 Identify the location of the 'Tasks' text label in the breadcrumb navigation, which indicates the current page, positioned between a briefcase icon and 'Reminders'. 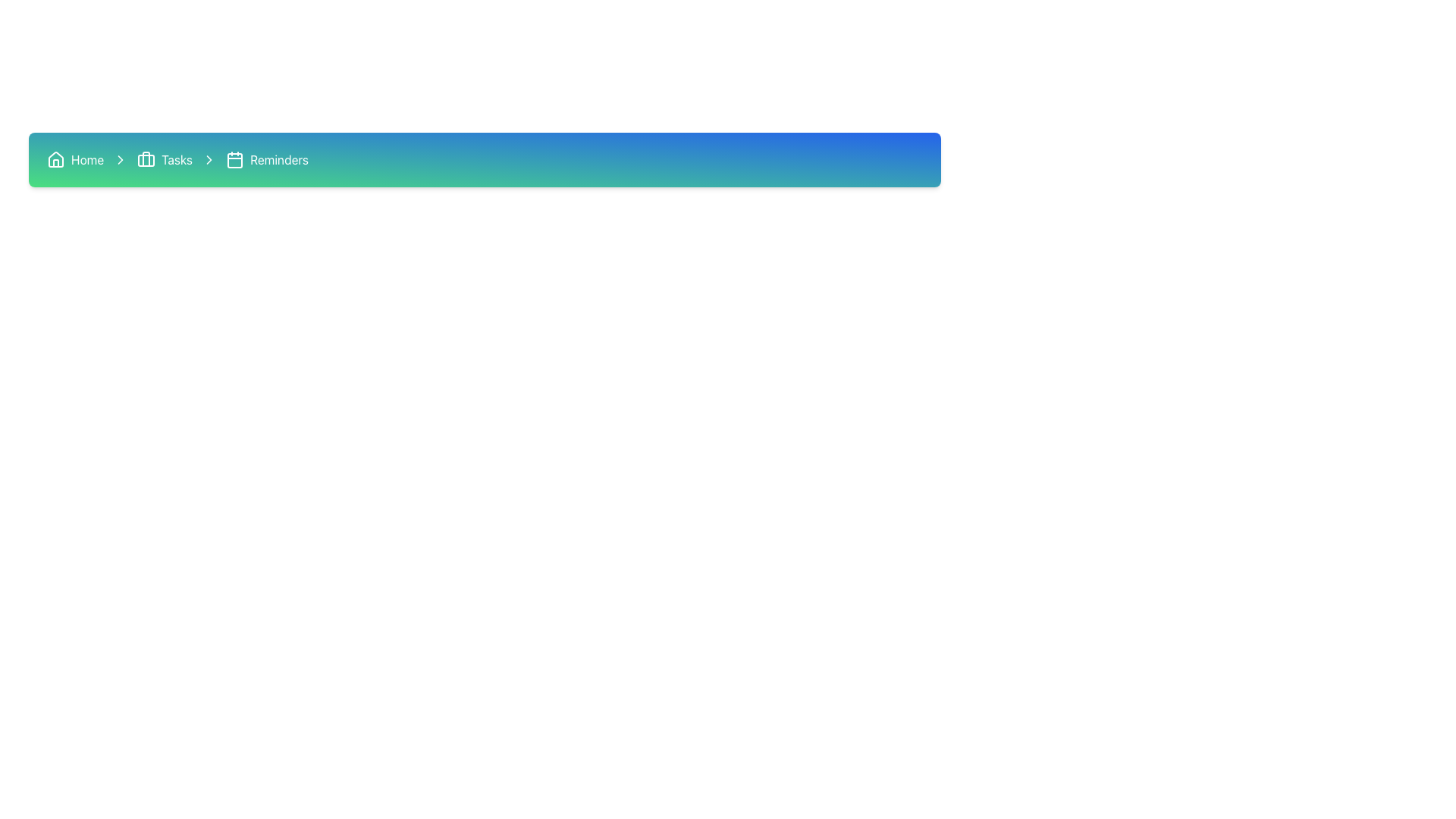
(177, 160).